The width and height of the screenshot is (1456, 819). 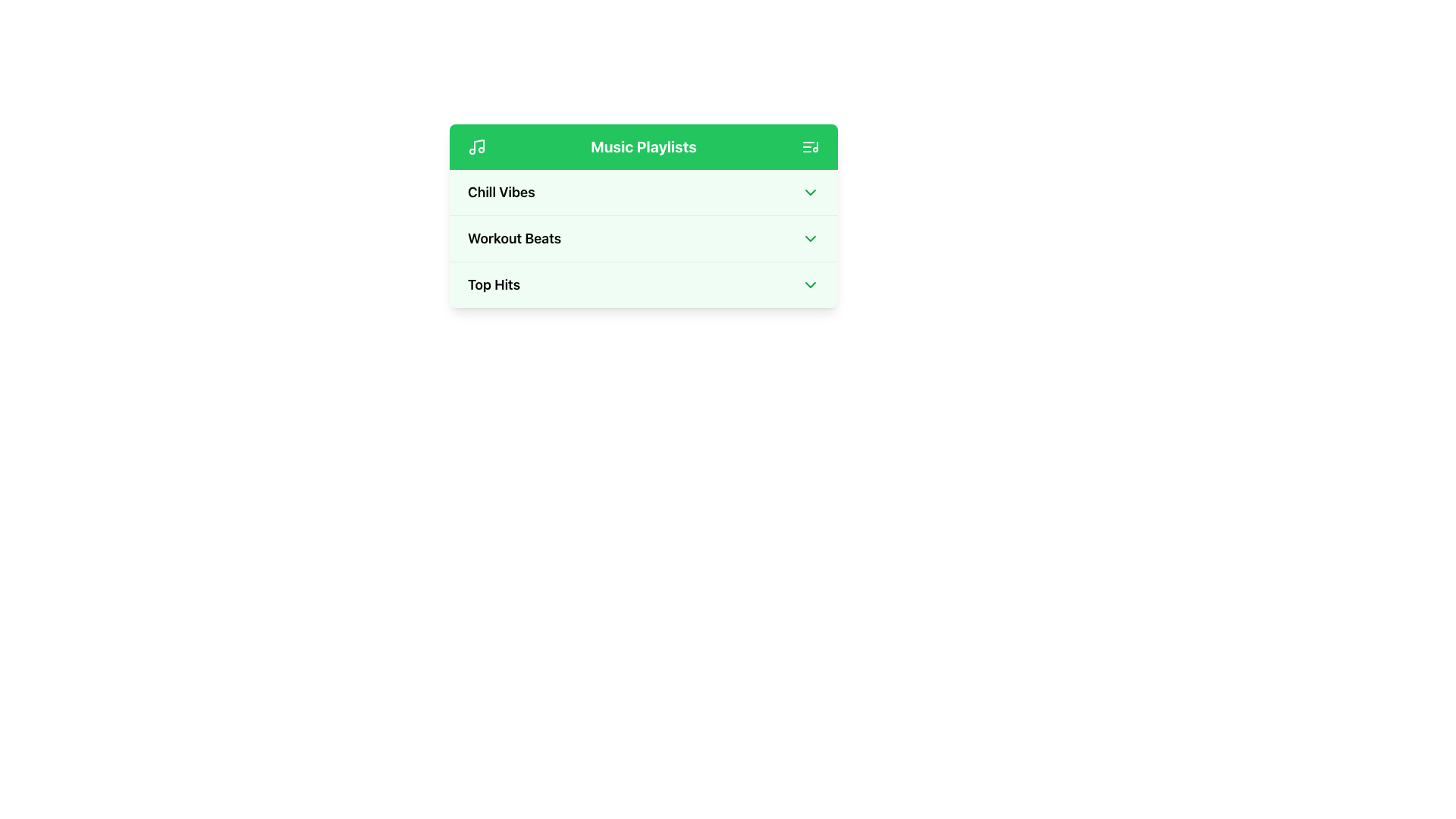 What do you see at coordinates (644, 192) in the screenshot?
I see `the 'Chill Vibes' music playlist list item` at bounding box center [644, 192].